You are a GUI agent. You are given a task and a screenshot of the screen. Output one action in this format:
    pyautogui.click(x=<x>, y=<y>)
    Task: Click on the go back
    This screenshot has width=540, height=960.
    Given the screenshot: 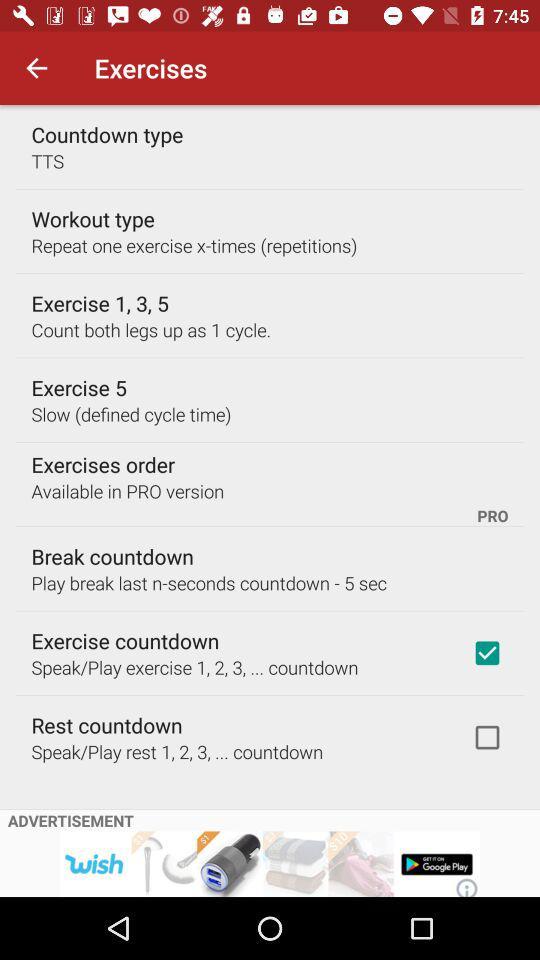 What is the action you would take?
    pyautogui.click(x=209, y=64)
    